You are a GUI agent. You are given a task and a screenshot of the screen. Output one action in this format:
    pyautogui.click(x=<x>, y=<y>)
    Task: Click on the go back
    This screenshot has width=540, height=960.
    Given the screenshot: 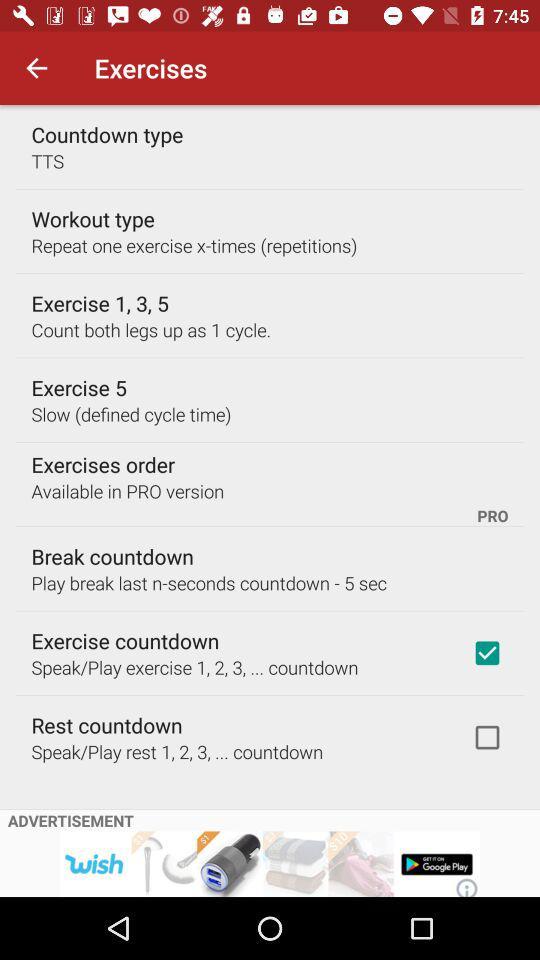 What is the action you would take?
    pyautogui.click(x=209, y=64)
    